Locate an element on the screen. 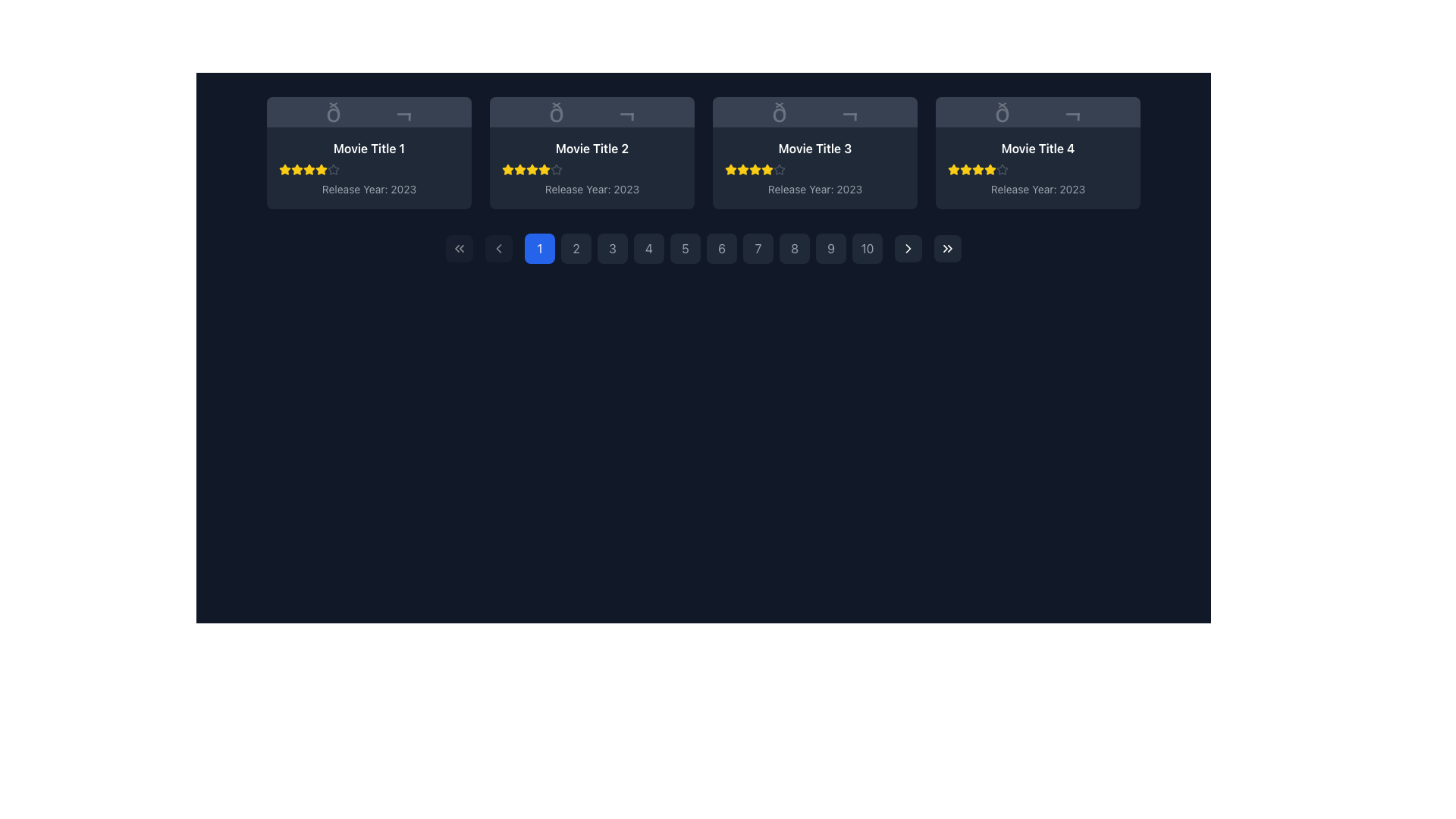 Image resolution: width=1456 pixels, height=819 pixels. the sixth star icon indicating the rating level of the first movie card in the grid is located at coordinates (320, 169).